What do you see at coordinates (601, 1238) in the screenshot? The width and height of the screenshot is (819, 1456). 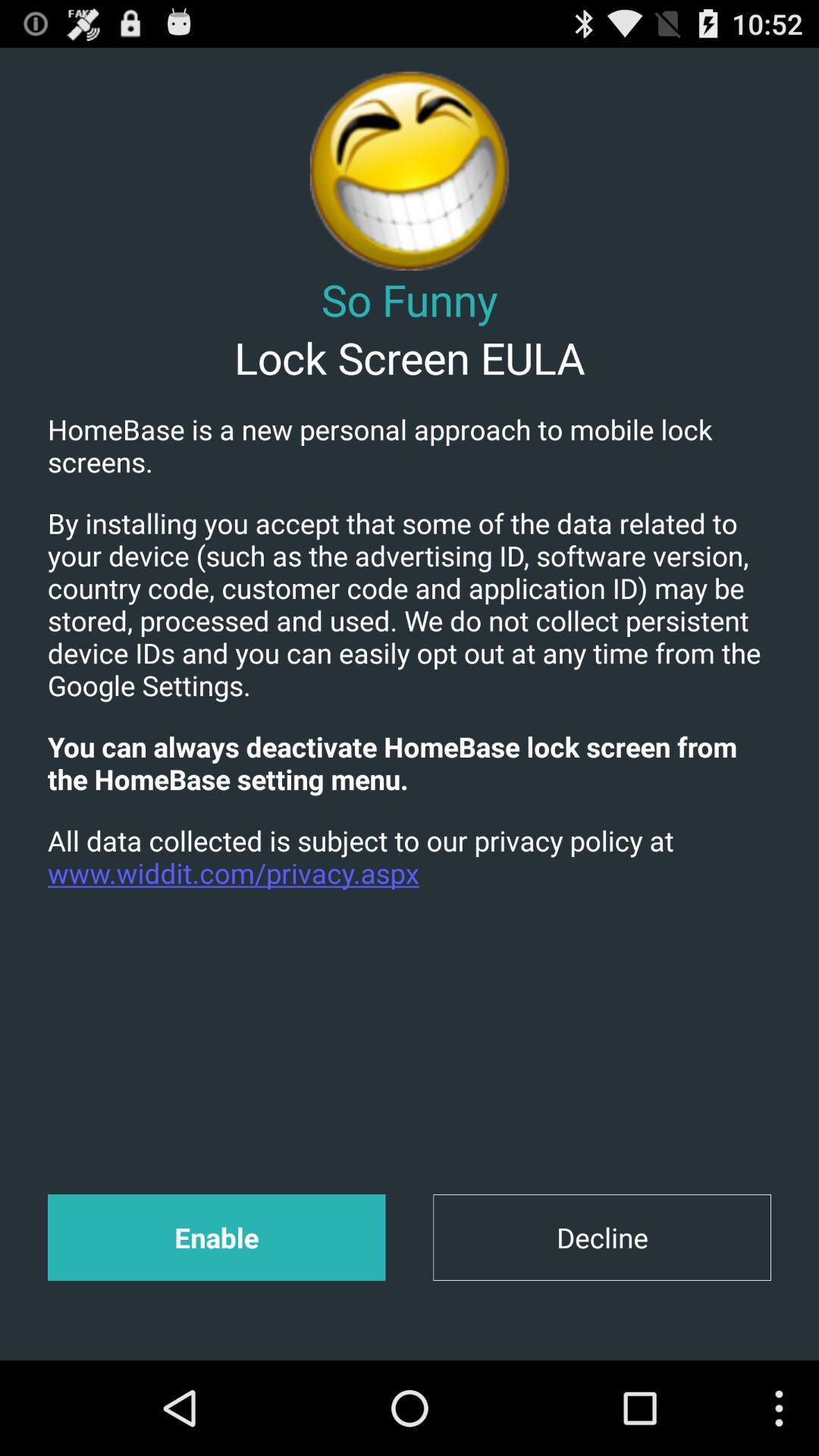 I see `item at the bottom right corner` at bounding box center [601, 1238].